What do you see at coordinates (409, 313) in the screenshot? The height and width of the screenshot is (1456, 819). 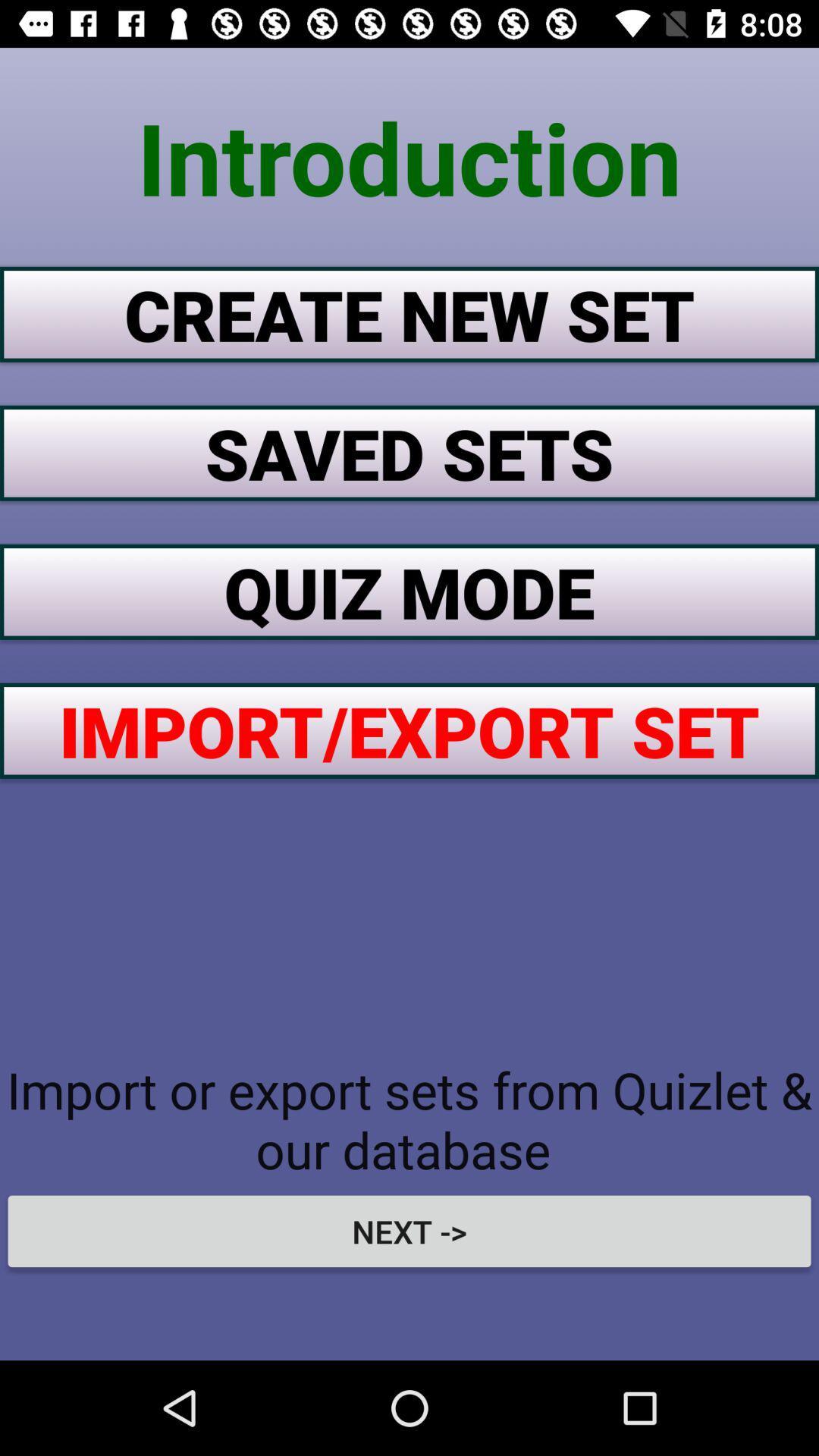 I see `item below introduction item` at bounding box center [409, 313].